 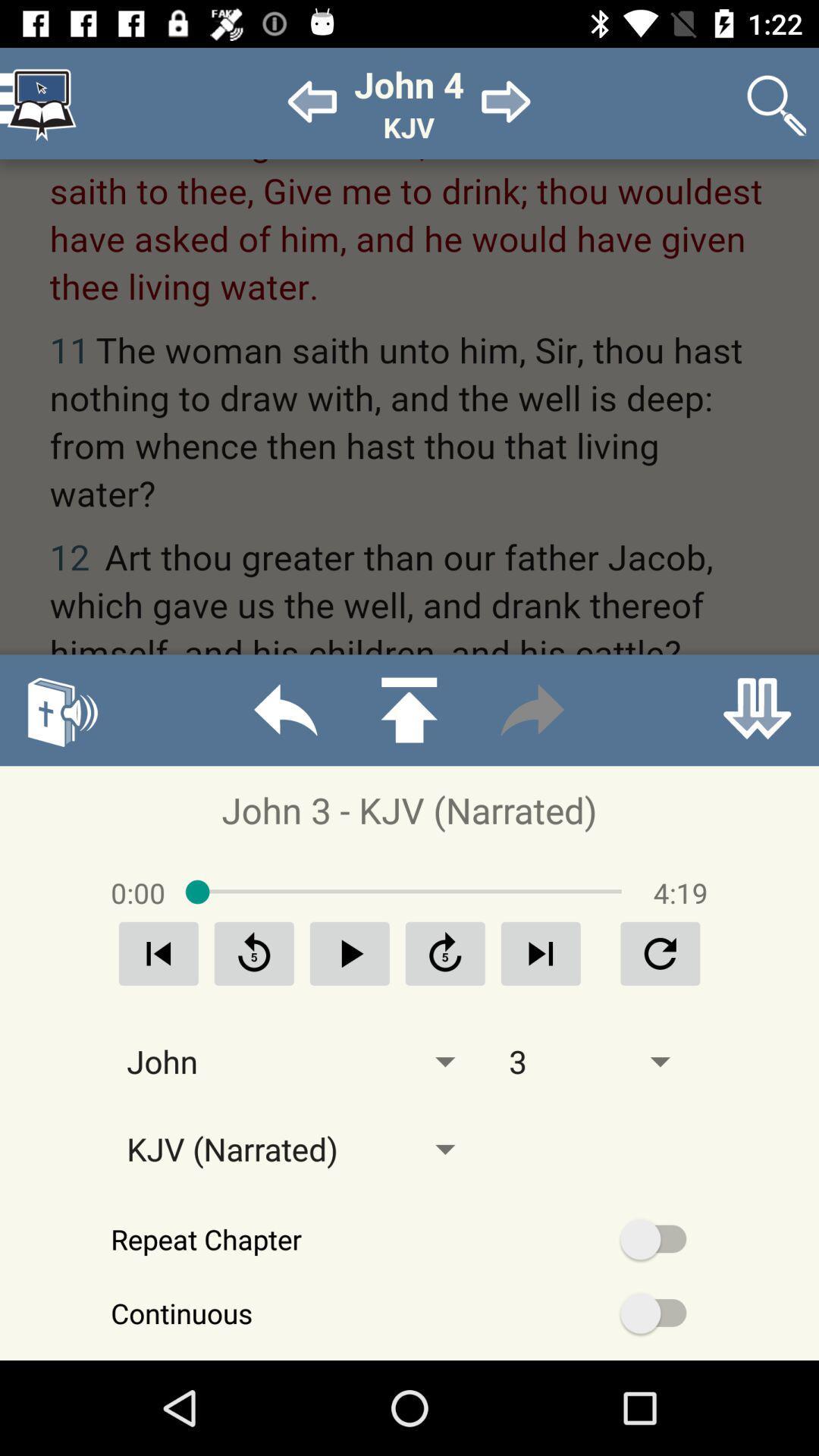 I want to click on redo option, so click(x=532, y=709).